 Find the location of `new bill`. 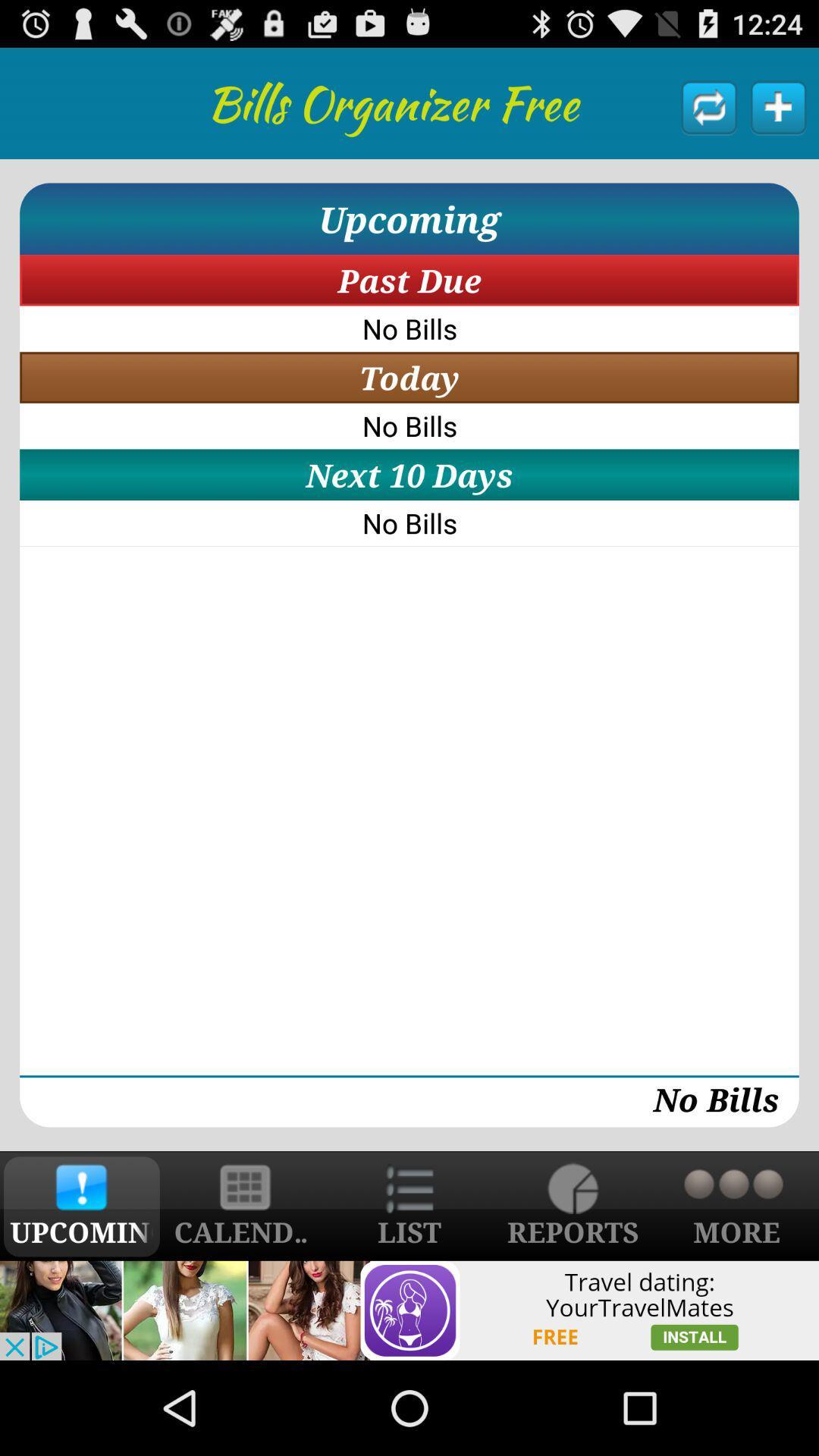

new bill is located at coordinates (779, 106).